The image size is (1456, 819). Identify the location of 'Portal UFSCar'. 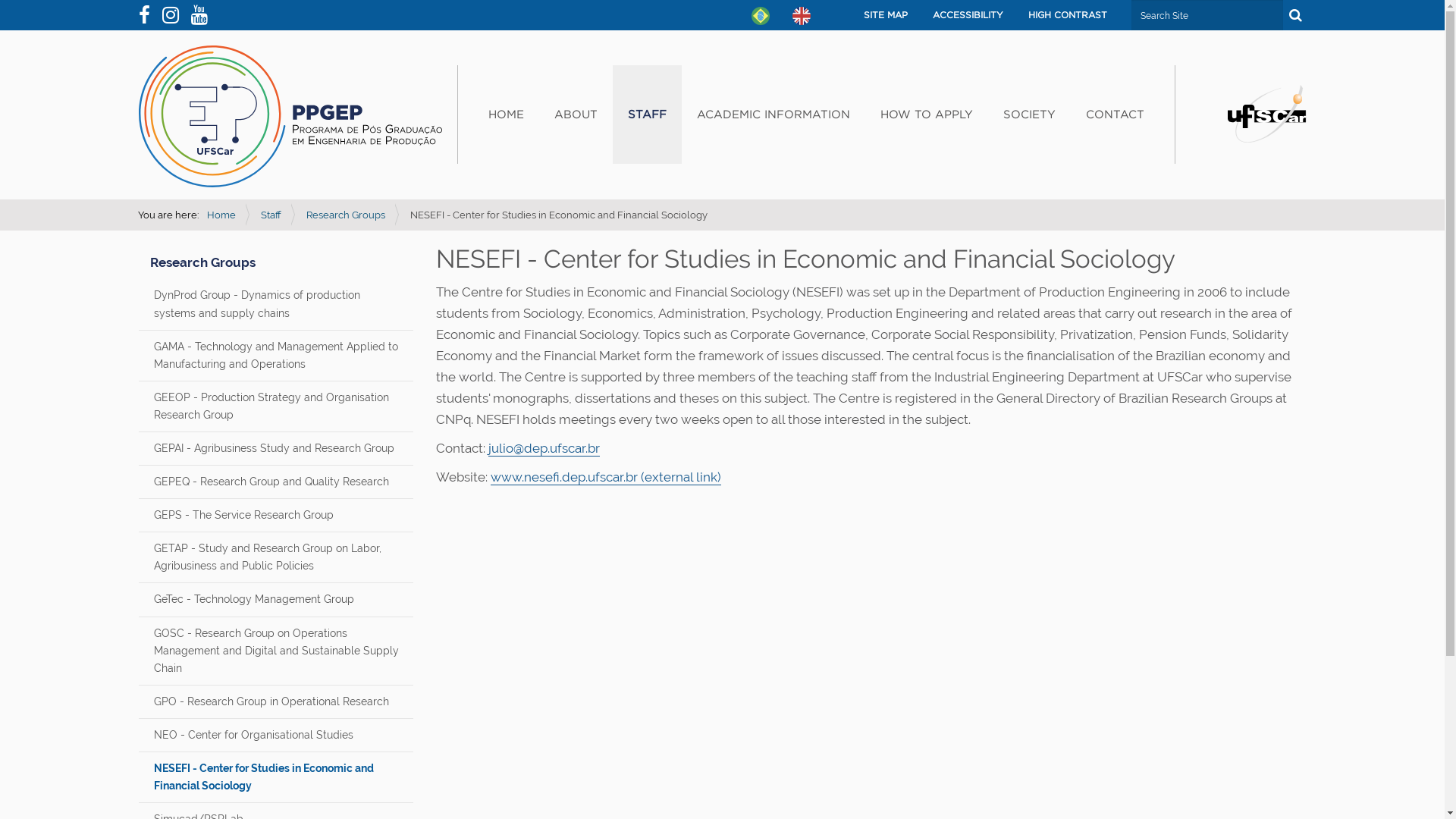
(1266, 111).